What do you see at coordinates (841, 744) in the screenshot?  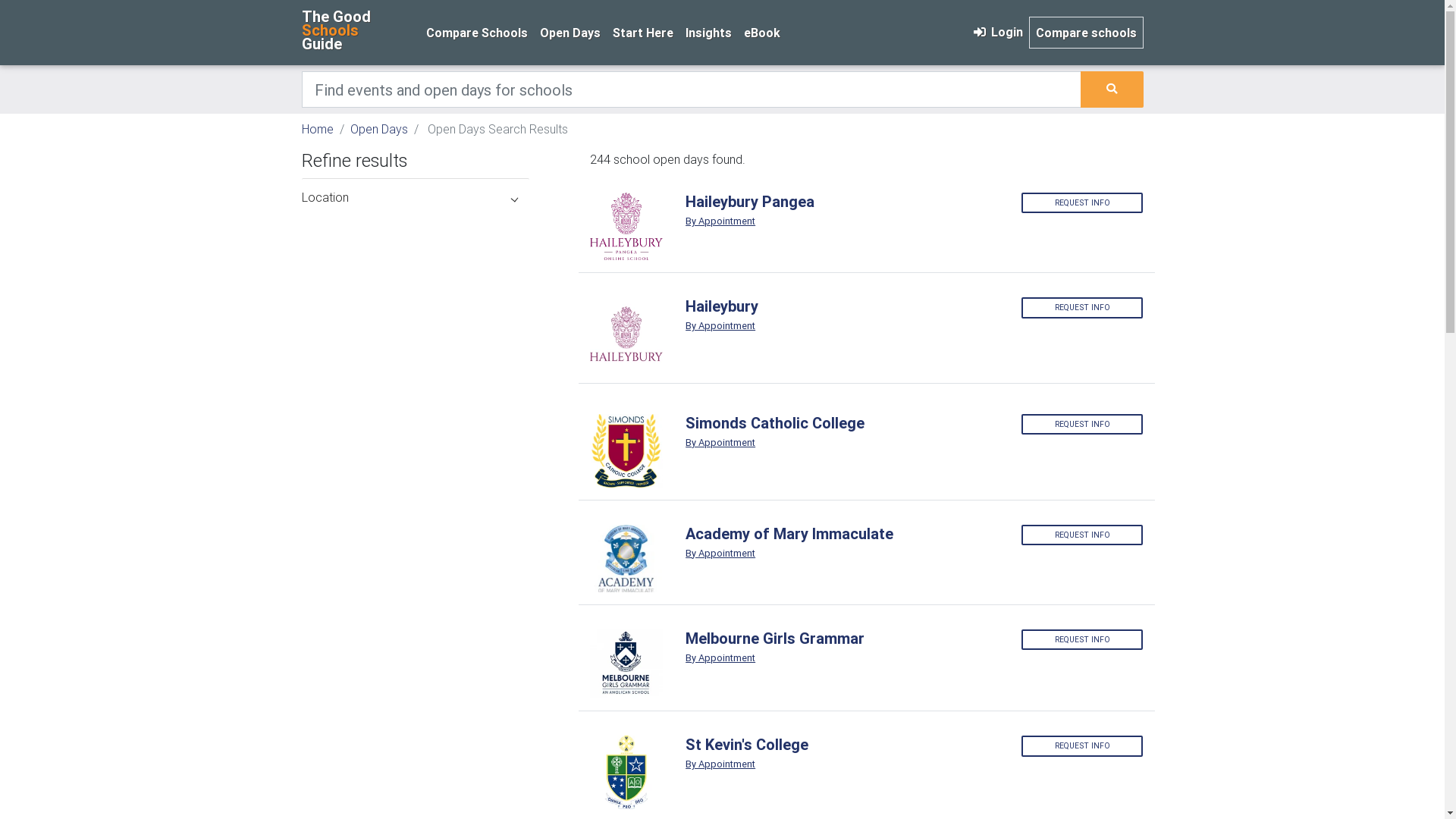 I see `'St Kevin's College'` at bounding box center [841, 744].